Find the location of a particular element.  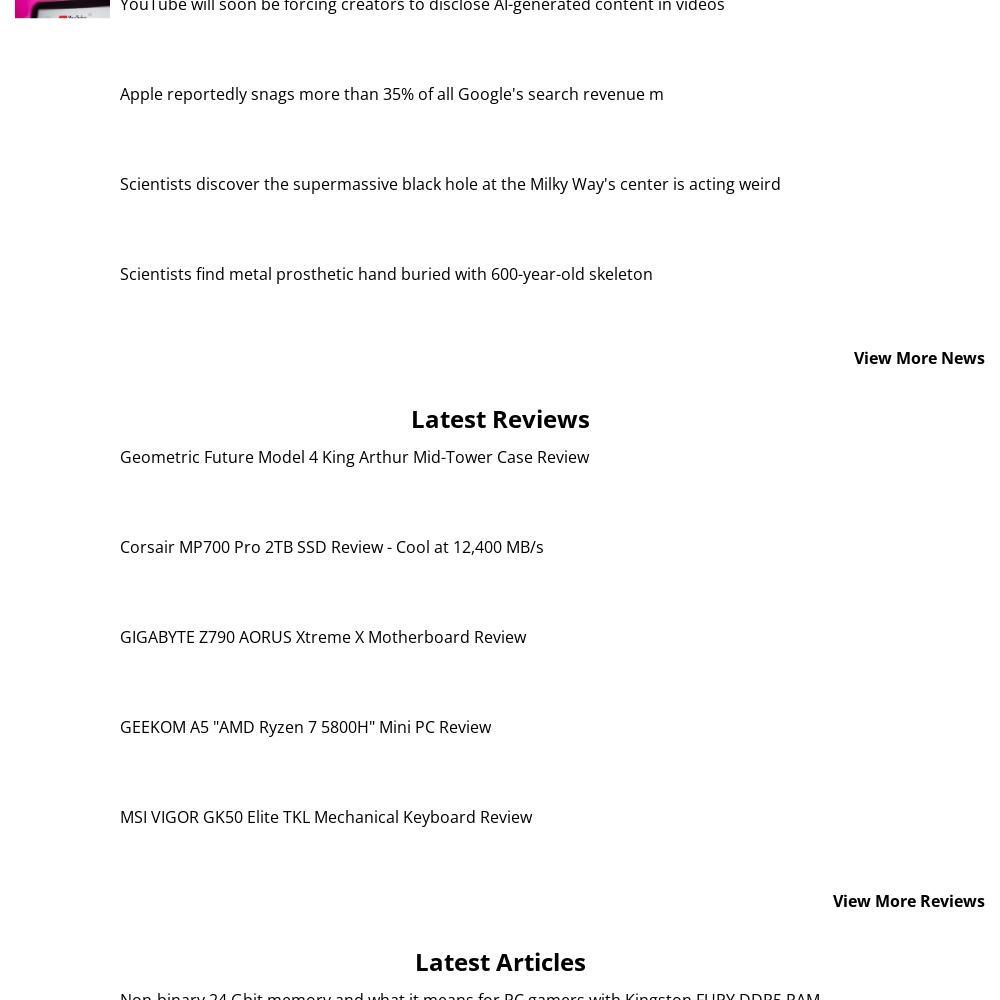

'MSI VIGOR GK50 Elite TKL Mechanical Keyboard Review' is located at coordinates (119, 815).